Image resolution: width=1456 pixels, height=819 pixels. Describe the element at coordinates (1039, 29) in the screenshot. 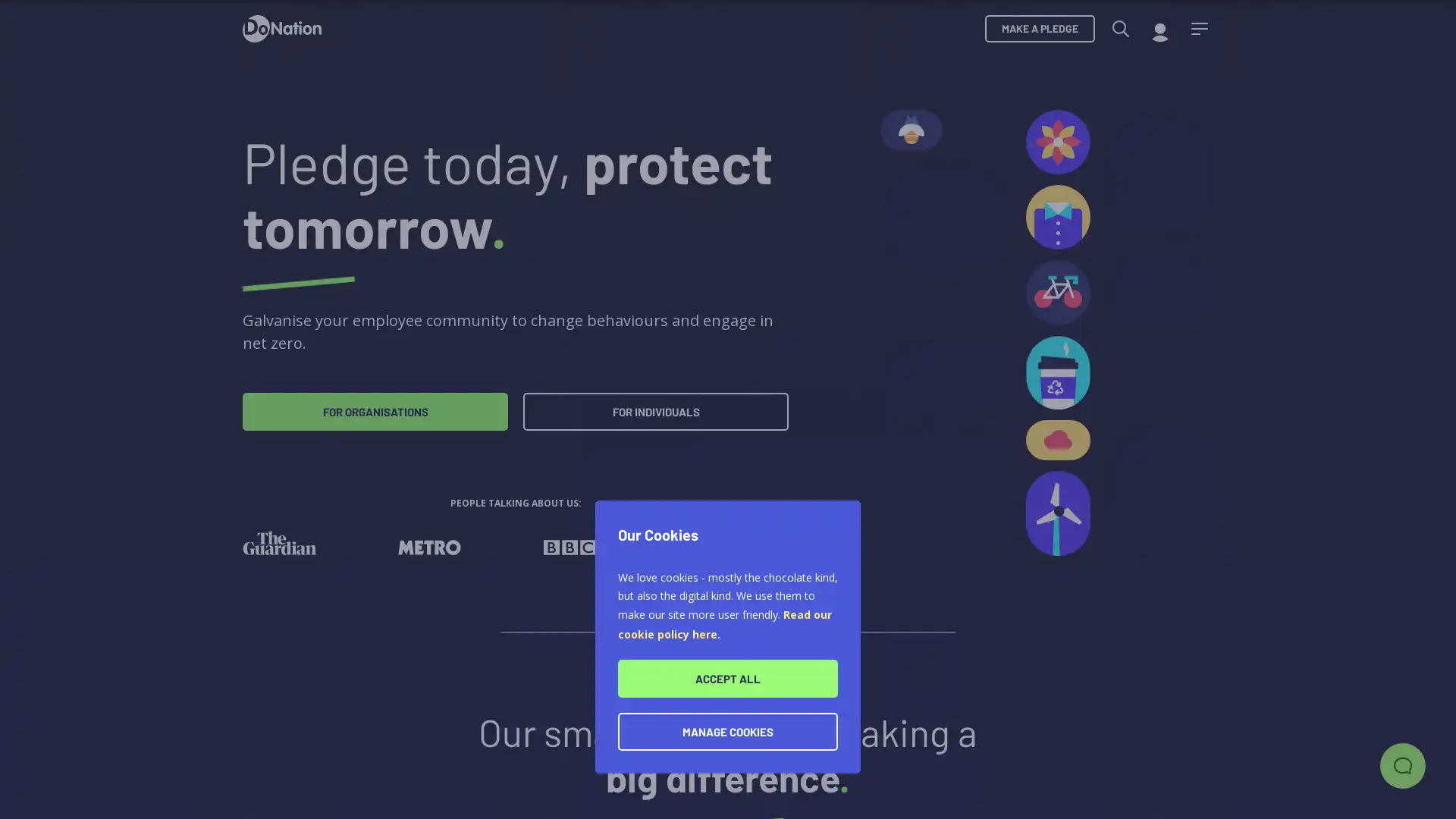

I see `MAKE A PLEDGE` at that location.